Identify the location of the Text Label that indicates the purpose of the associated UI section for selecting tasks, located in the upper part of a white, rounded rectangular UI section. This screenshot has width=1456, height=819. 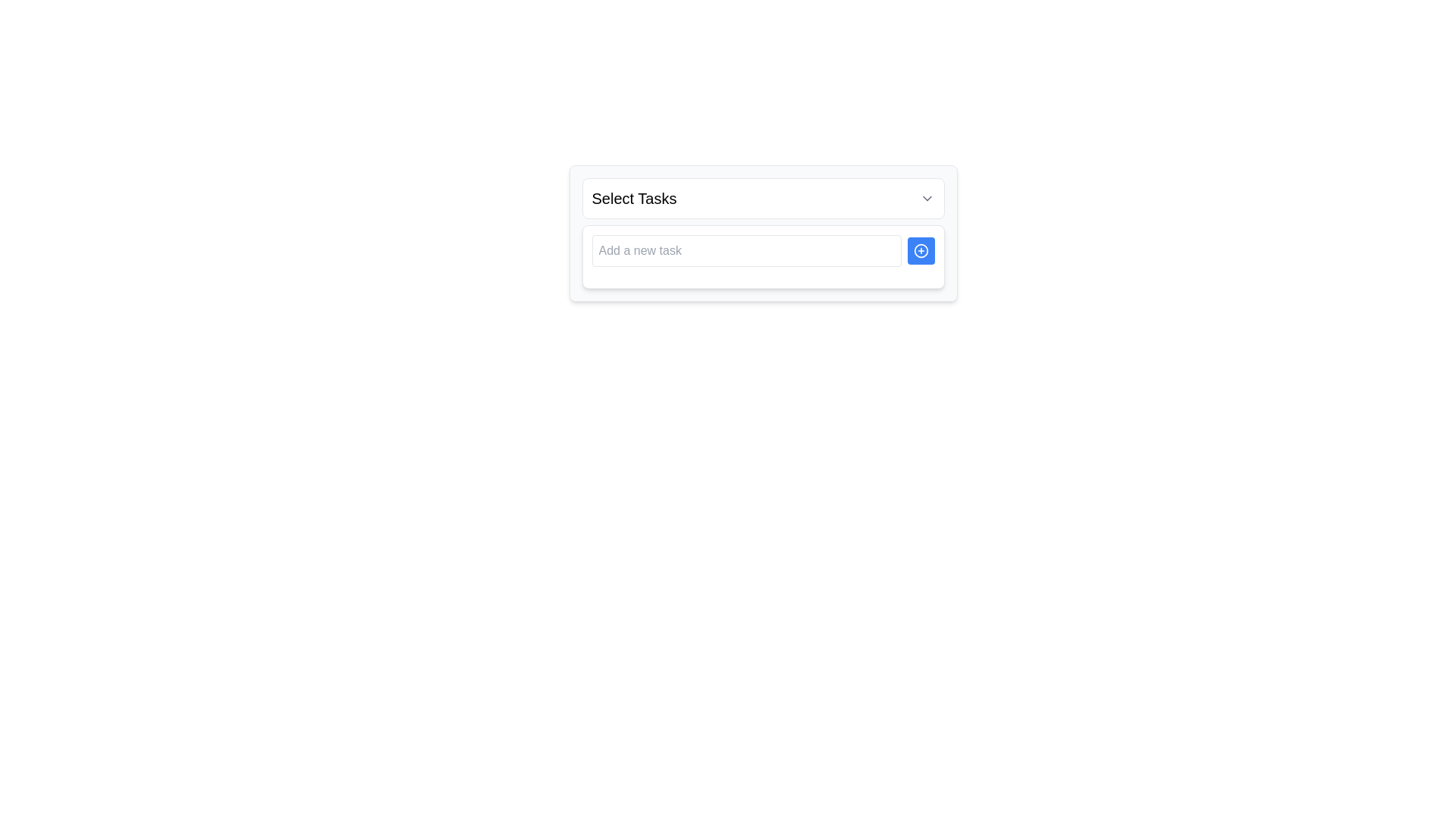
(634, 198).